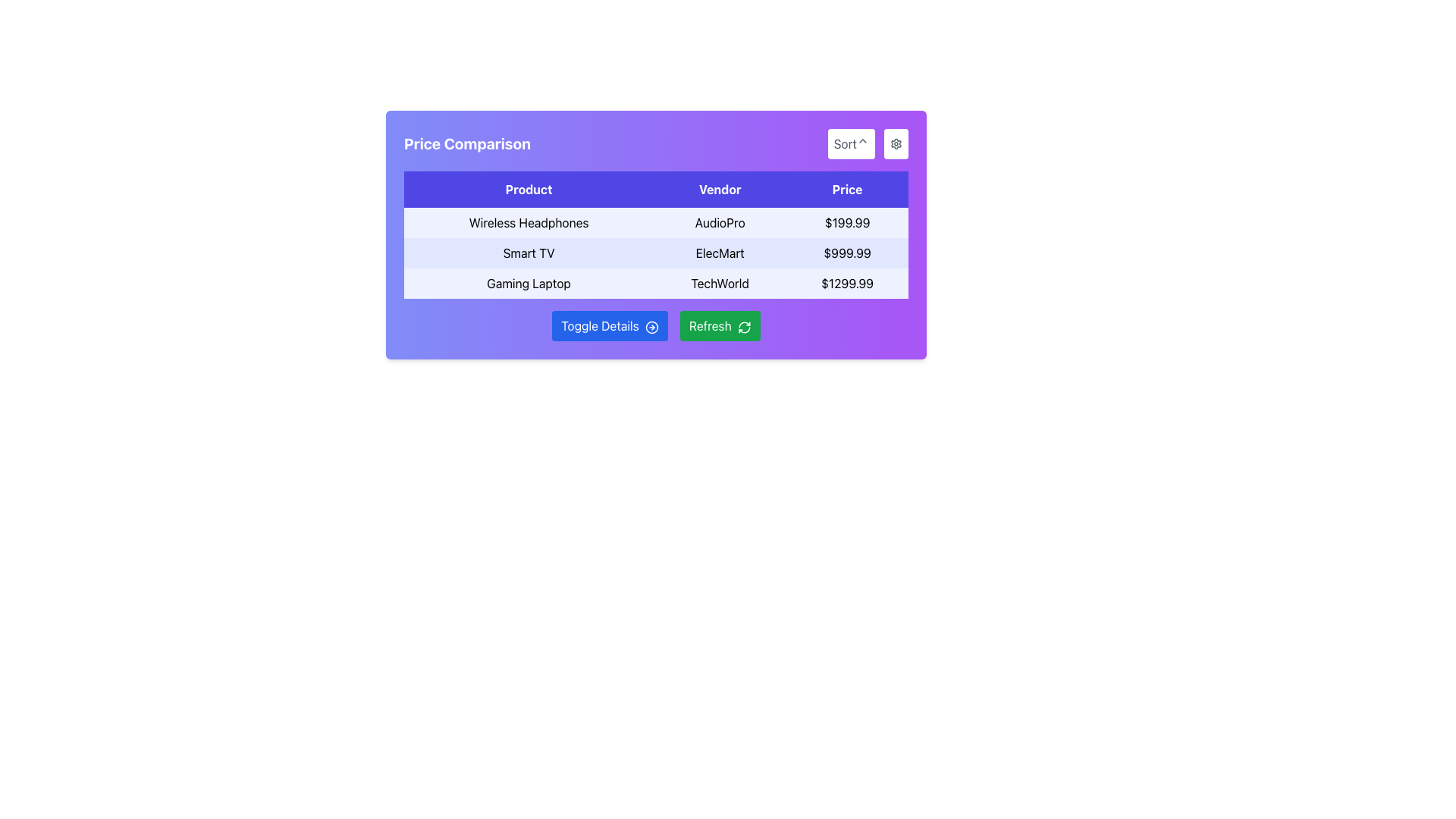  Describe the element at coordinates (651, 326) in the screenshot. I see `the circular element styled with a border stroke that is part of the 'Toggle Details' button, located near the bottom center of the interface` at that location.